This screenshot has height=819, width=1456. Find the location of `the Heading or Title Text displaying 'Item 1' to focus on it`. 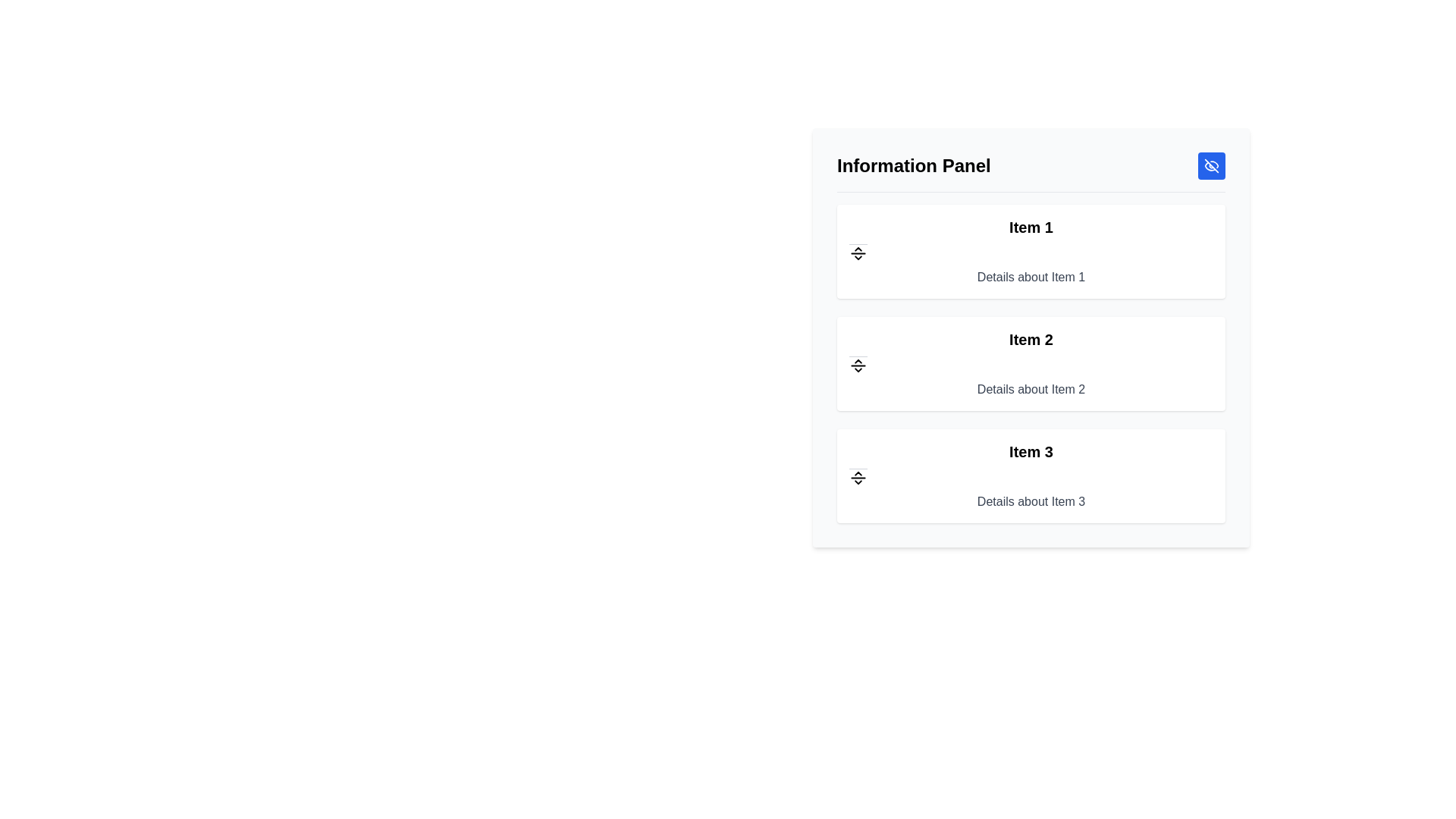

the Heading or Title Text displaying 'Item 1' to focus on it is located at coordinates (1031, 227).